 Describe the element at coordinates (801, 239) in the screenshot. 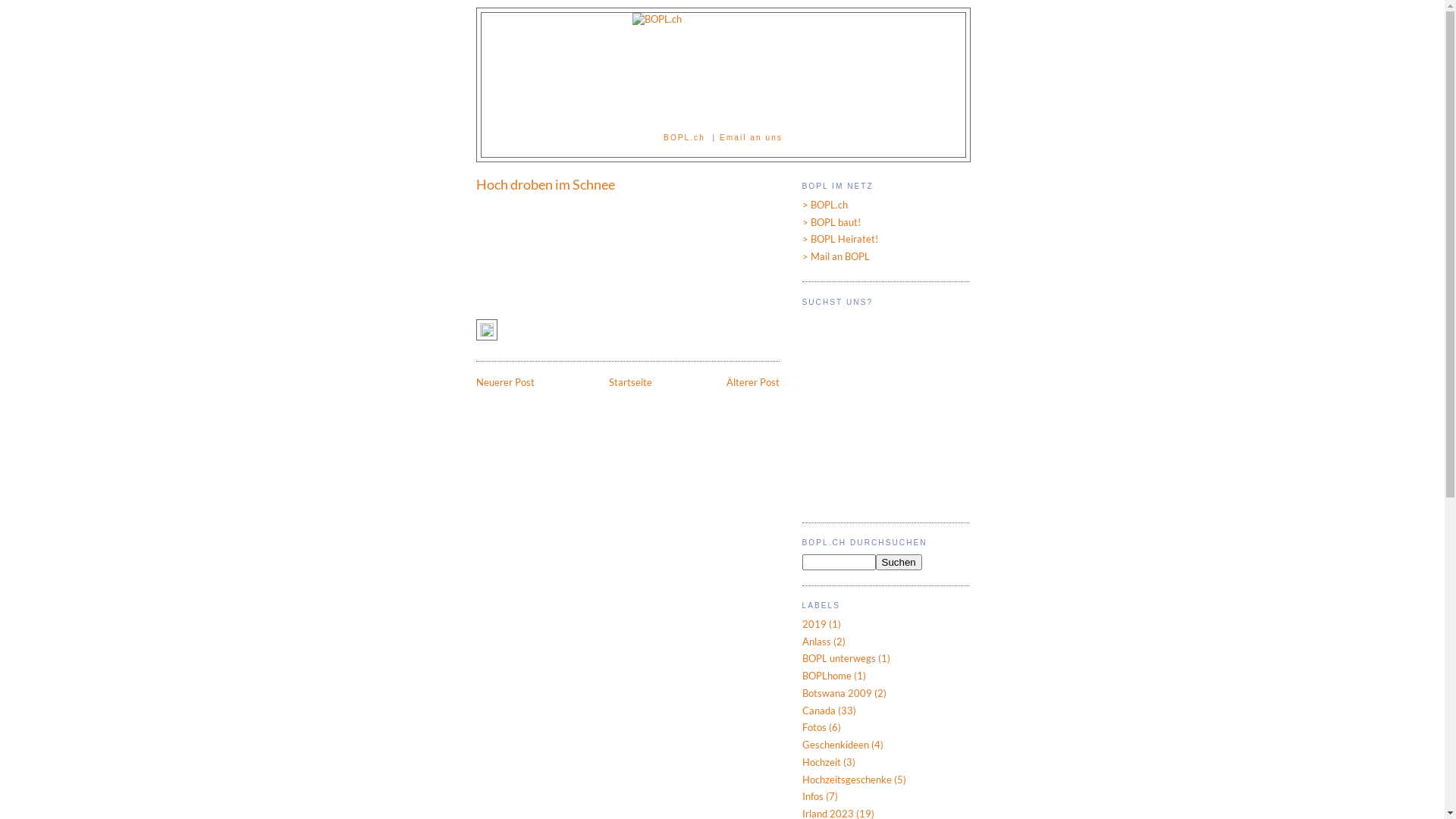

I see `'> BOPL Heiratet!'` at that location.